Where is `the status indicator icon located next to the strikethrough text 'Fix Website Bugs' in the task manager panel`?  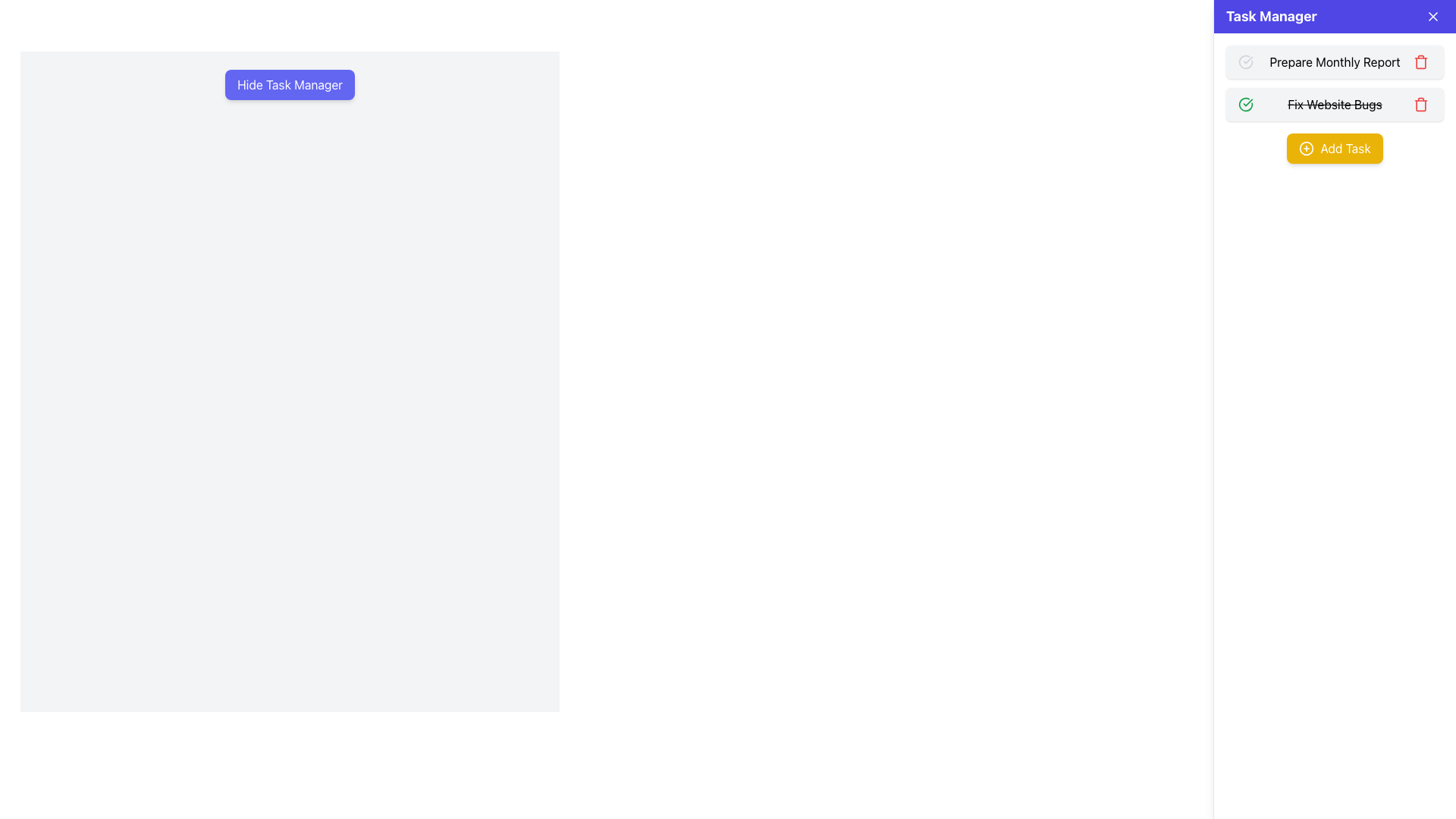 the status indicator icon located next to the strikethrough text 'Fix Website Bugs' in the task manager panel is located at coordinates (1245, 61).